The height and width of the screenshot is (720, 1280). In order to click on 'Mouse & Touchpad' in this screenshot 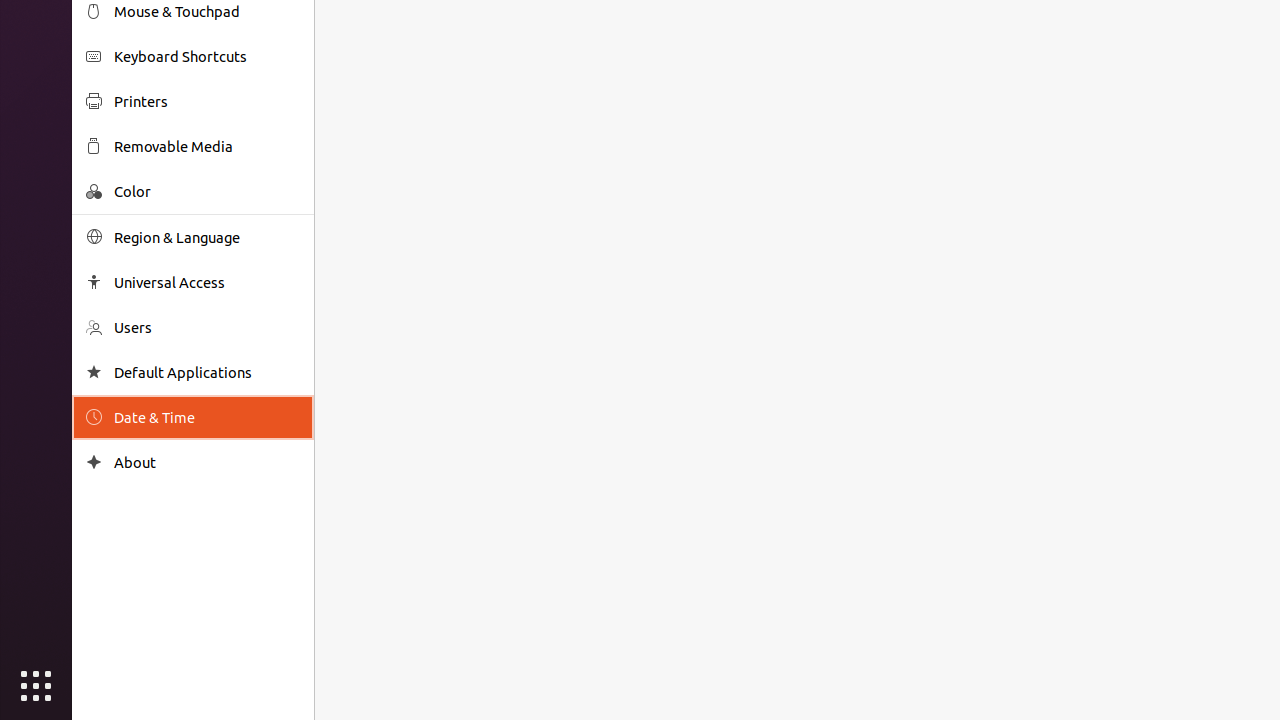, I will do `click(206, 11)`.